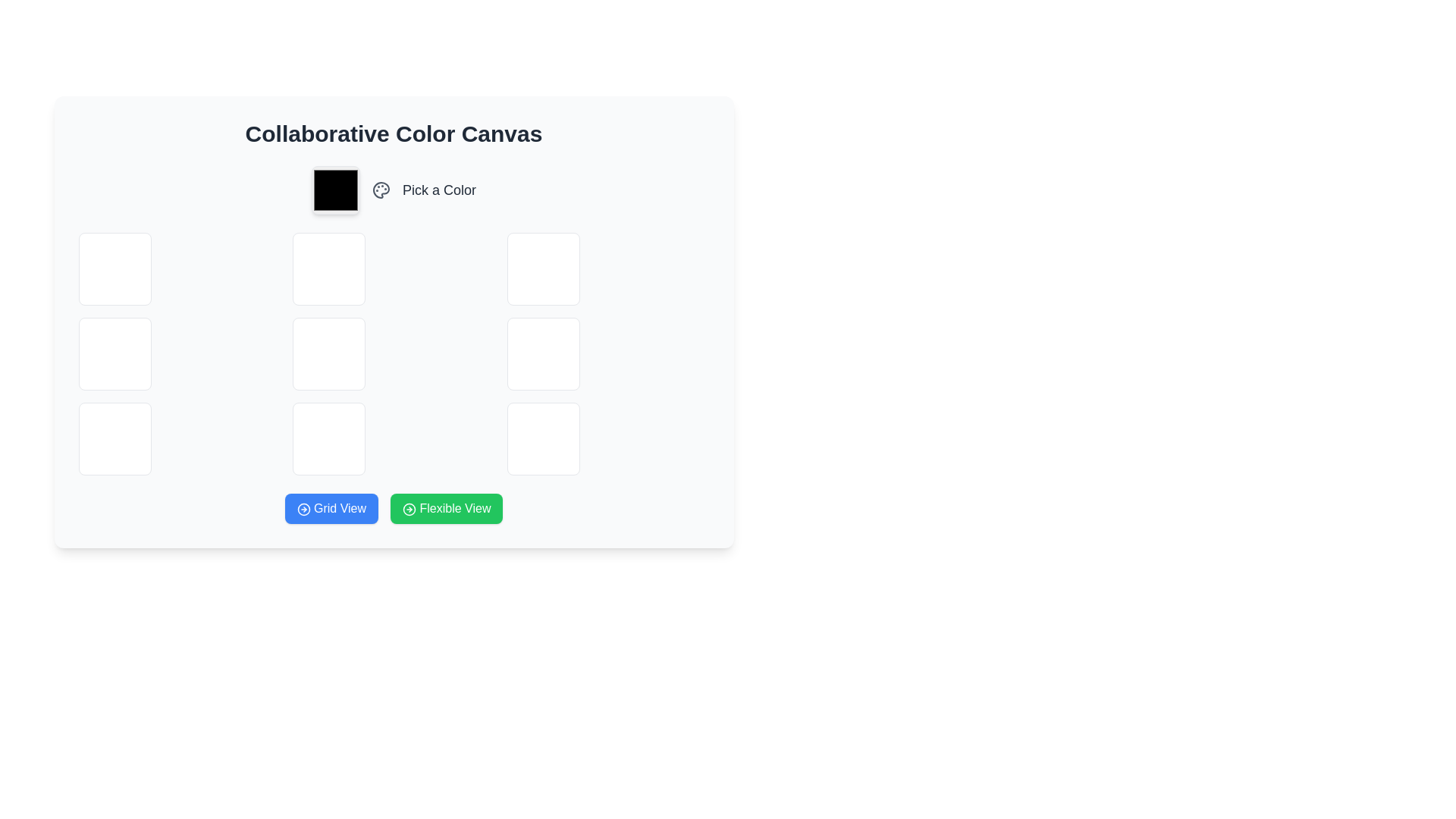 The height and width of the screenshot is (819, 1456). What do you see at coordinates (334, 189) in the screenshot?
I see `the square-shaped color selection button with a black fill and light gray border, located in the row labeled 'Pick a Color'` at bounding box center [334, 189].